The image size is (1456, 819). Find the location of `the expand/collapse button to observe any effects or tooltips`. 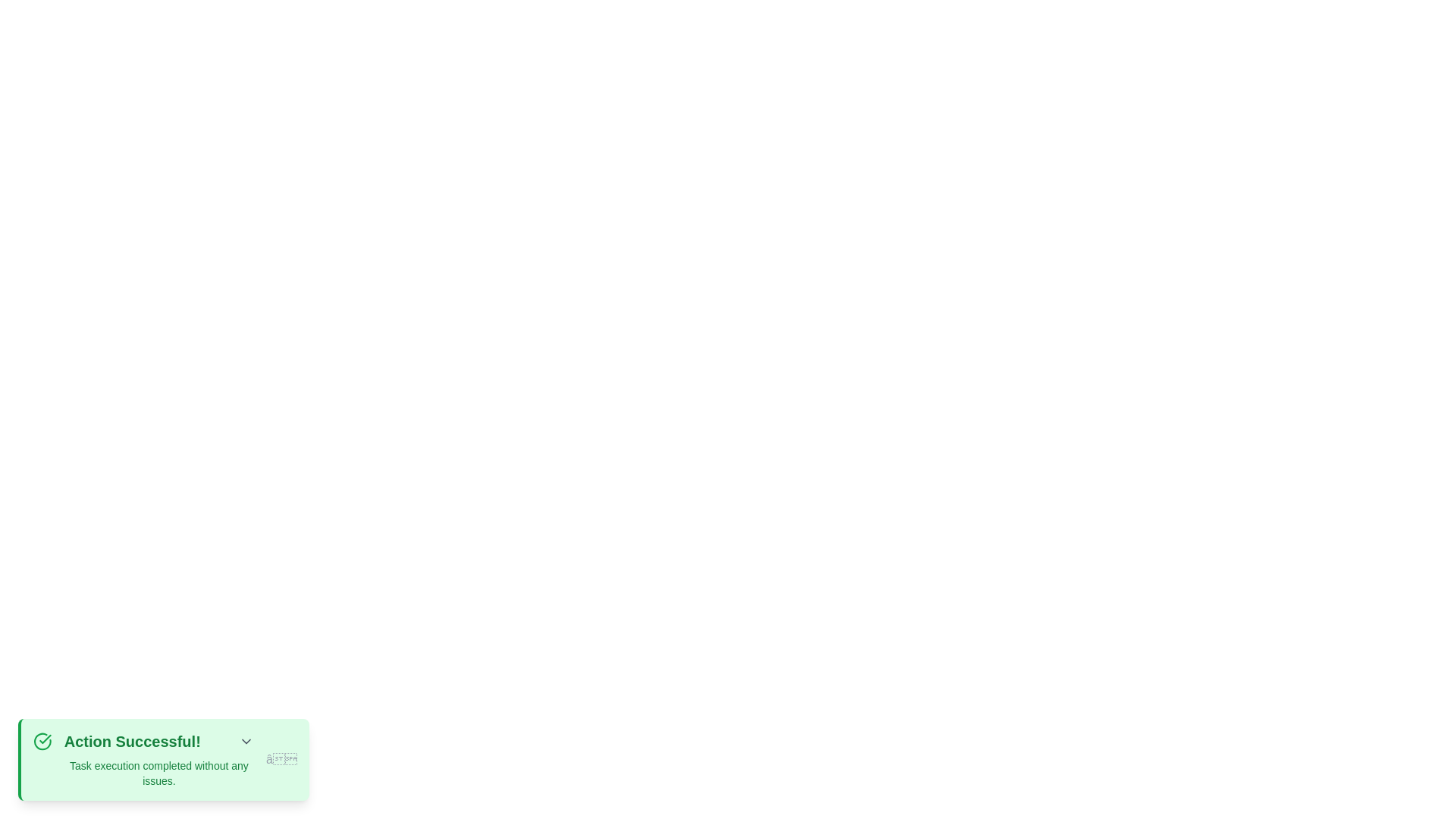

the expand/collapse button to observe any effects or tooltips is located at coordinates (246, 741).